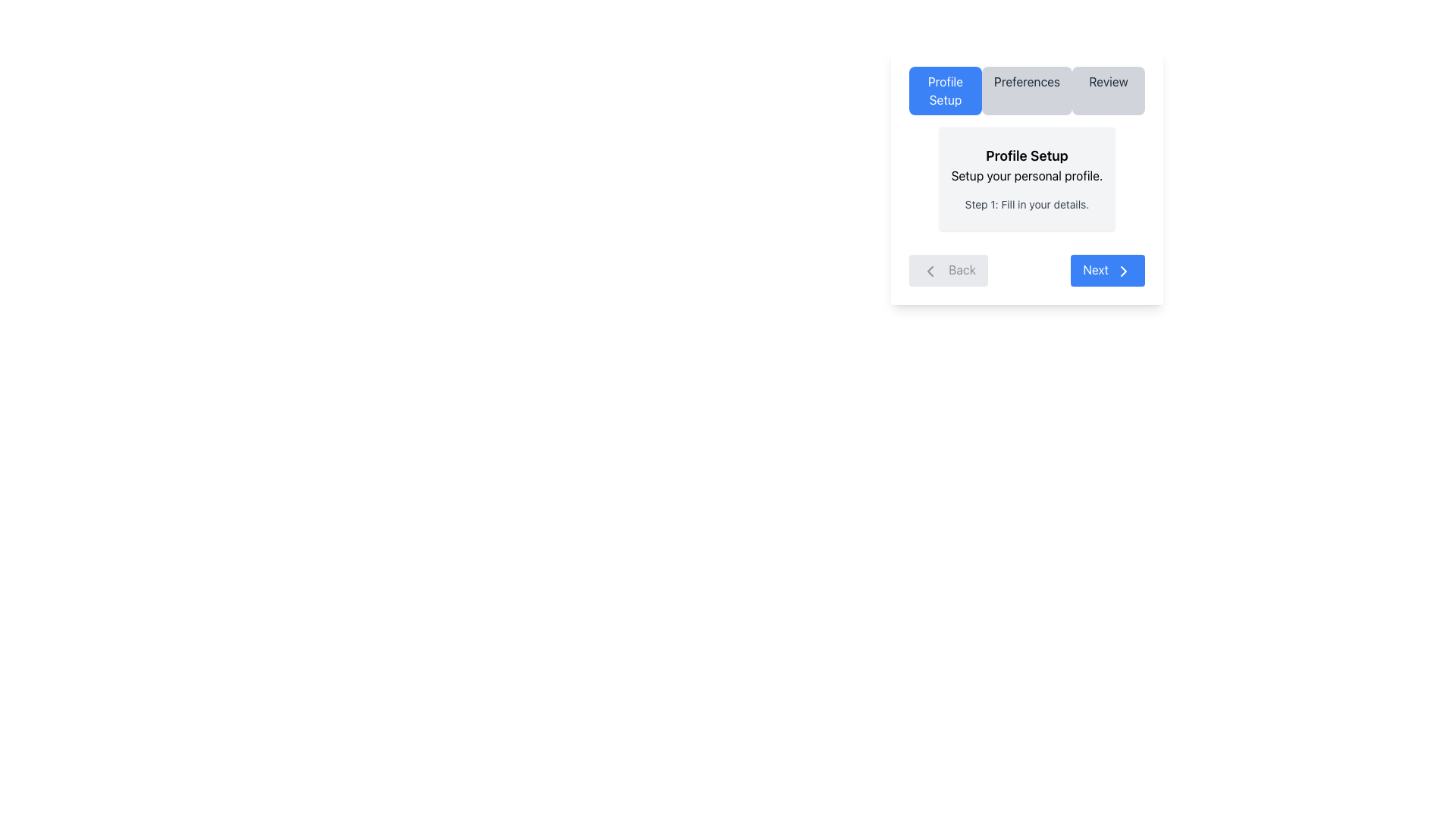 The width and height of the screenshot is (1456, 819). I want to click on the 'Back' button icon located to the left of the 'Back' text label in the bottom left part of the card section, so click(930, 270).